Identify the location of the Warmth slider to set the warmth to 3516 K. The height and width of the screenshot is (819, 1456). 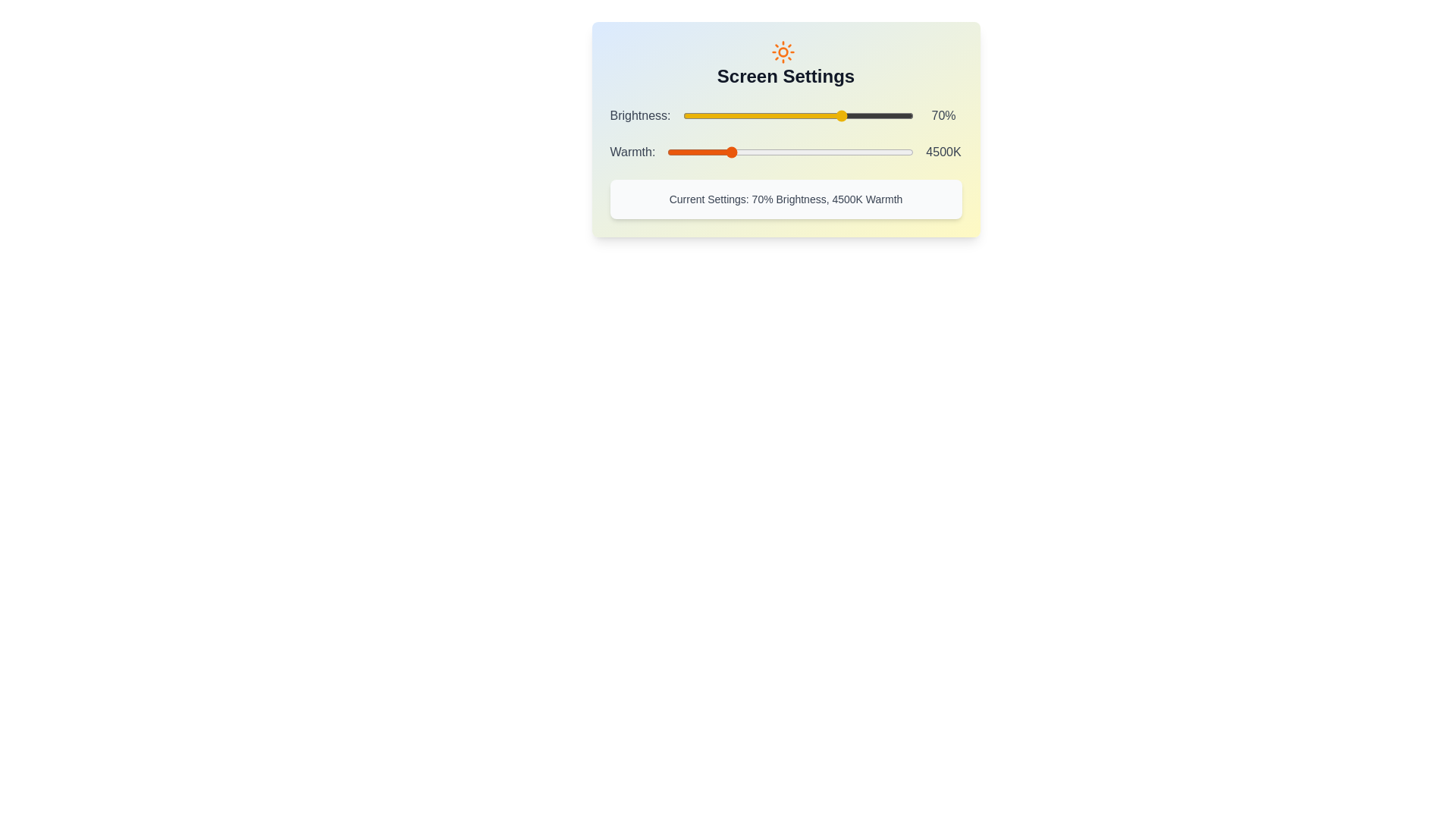
(688, 152).